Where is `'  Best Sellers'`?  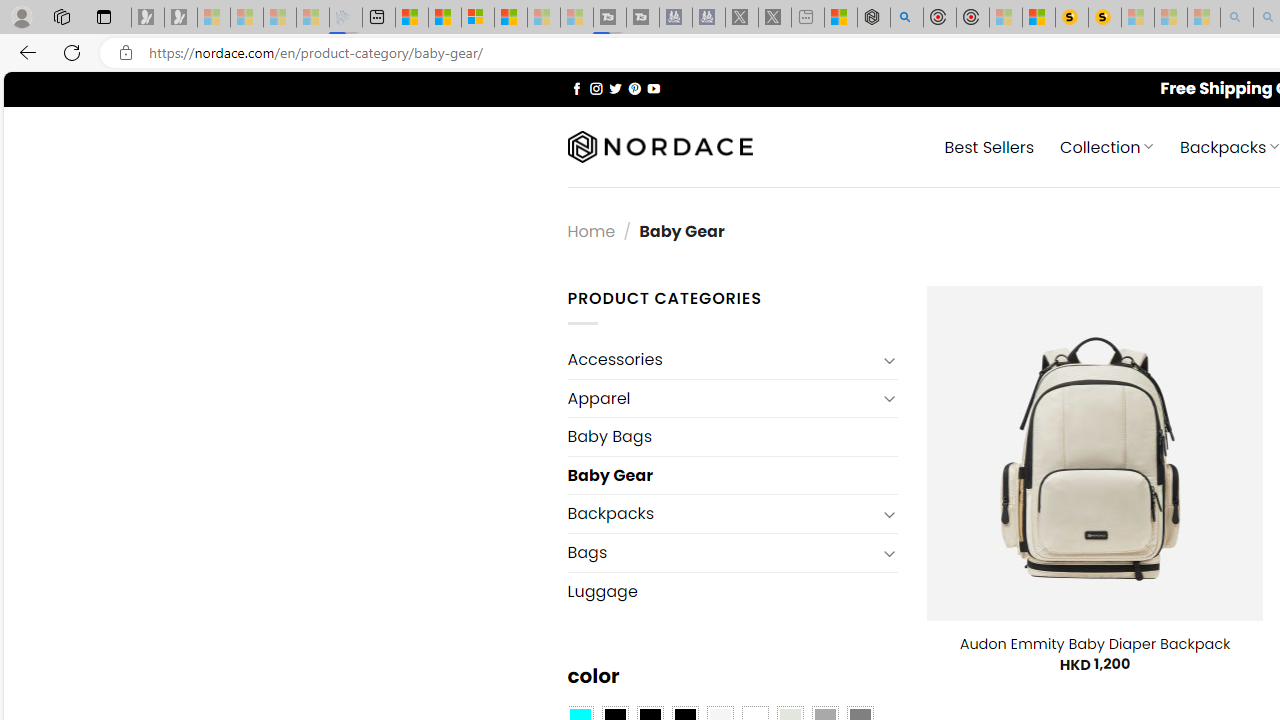 '  Best Sellers' is located at coordinates (990, 145).